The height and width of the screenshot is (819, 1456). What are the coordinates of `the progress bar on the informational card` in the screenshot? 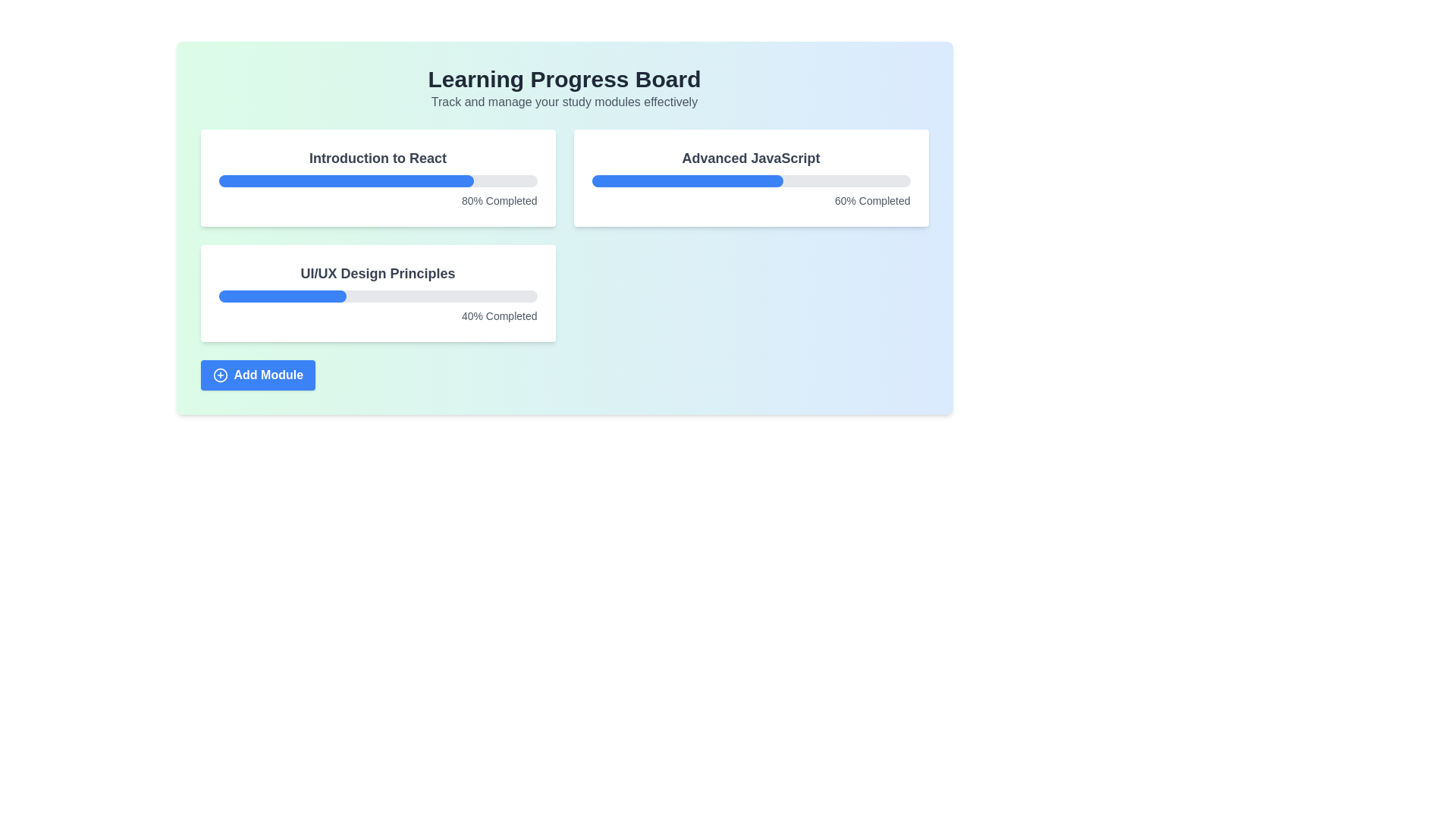 It's located at (751, 177).